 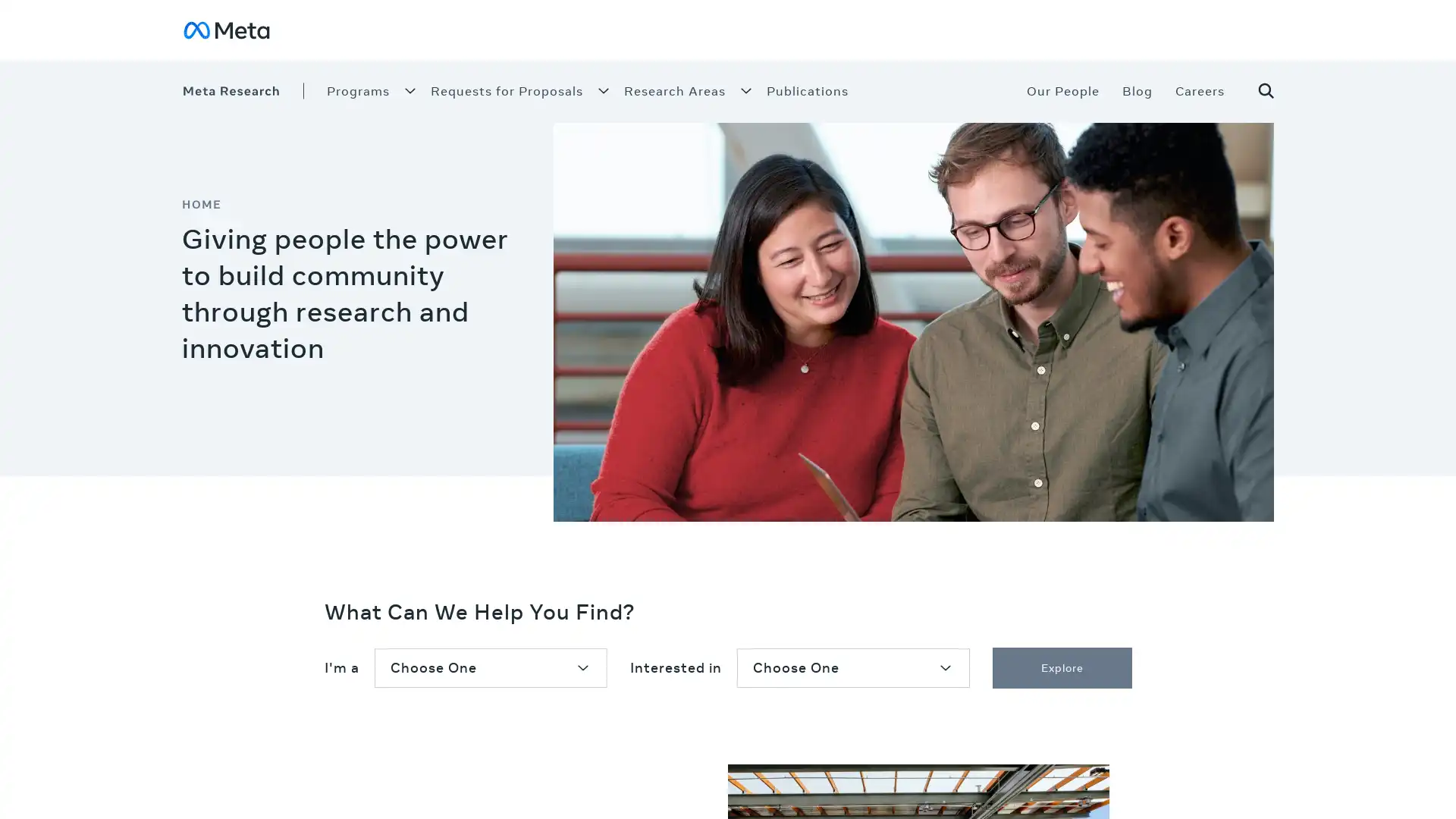 I want to click on Explore, so click(x=1061, y=667).